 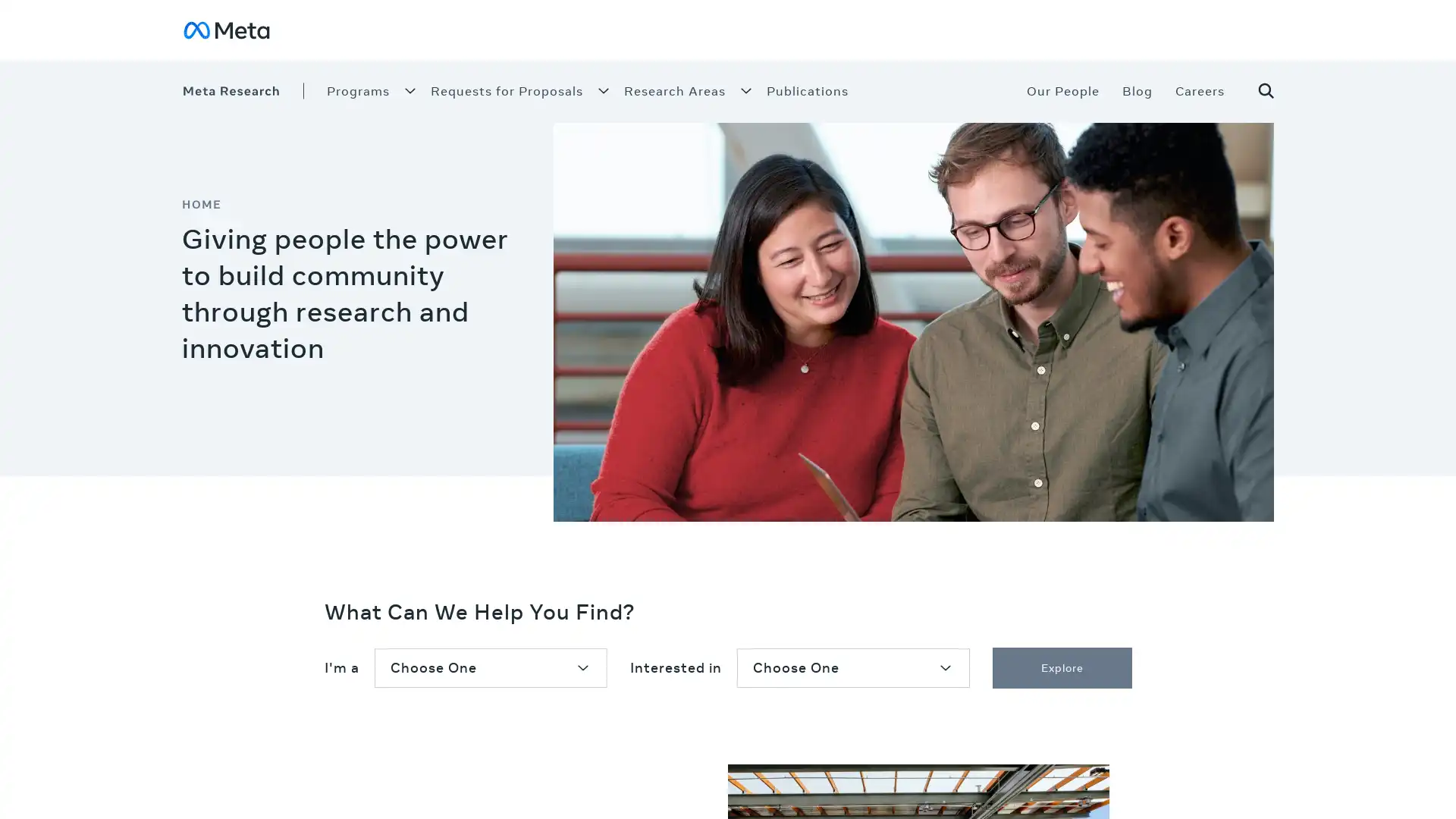 I want to click on Explore, so click(x=1061, y=667).